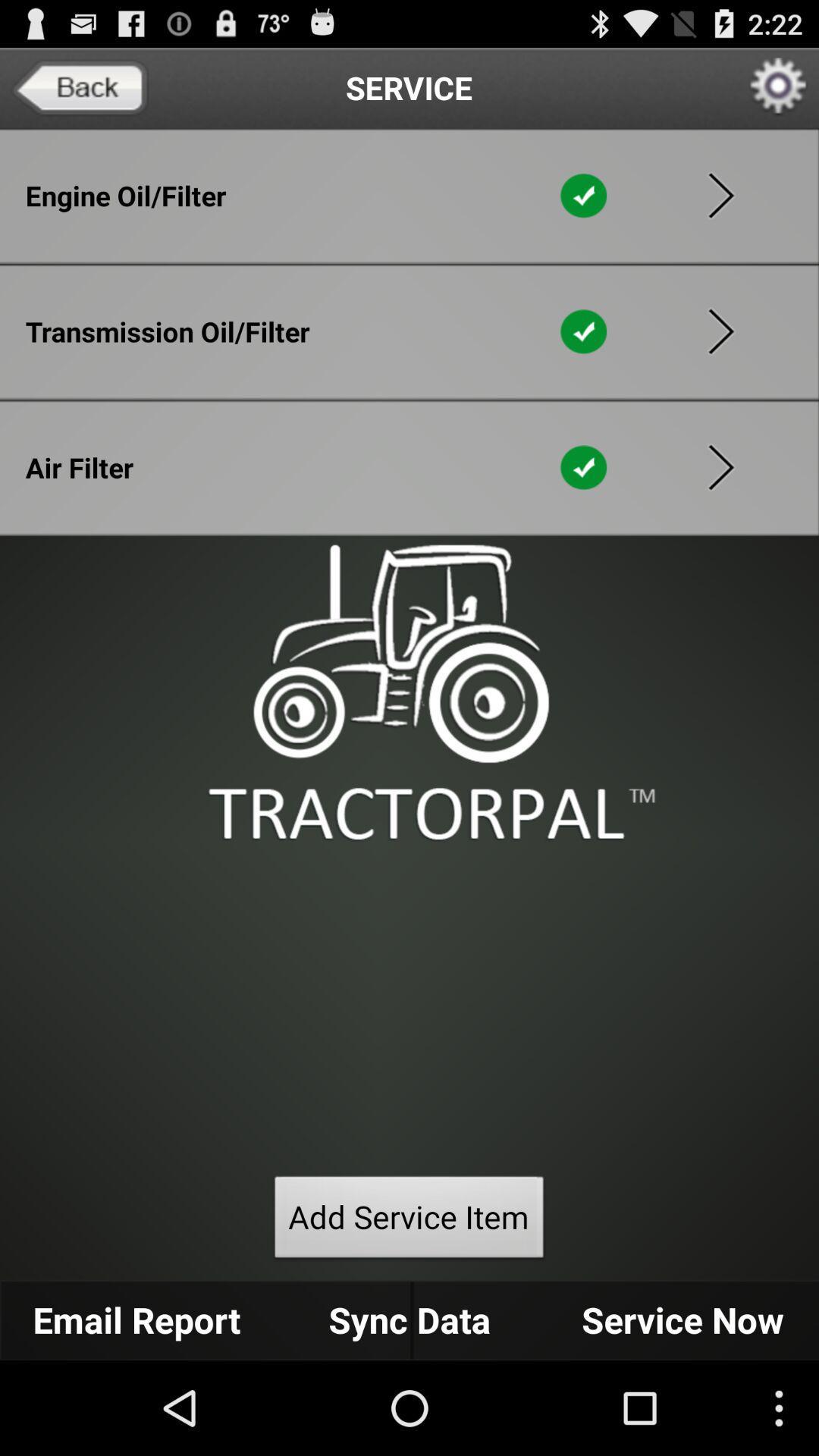 The height and width of the screenshot is (1456, 819). What do you see at coordinates (779, 93) in the screenshot?
I see `the settings icon` at bounding box center [779, 93].